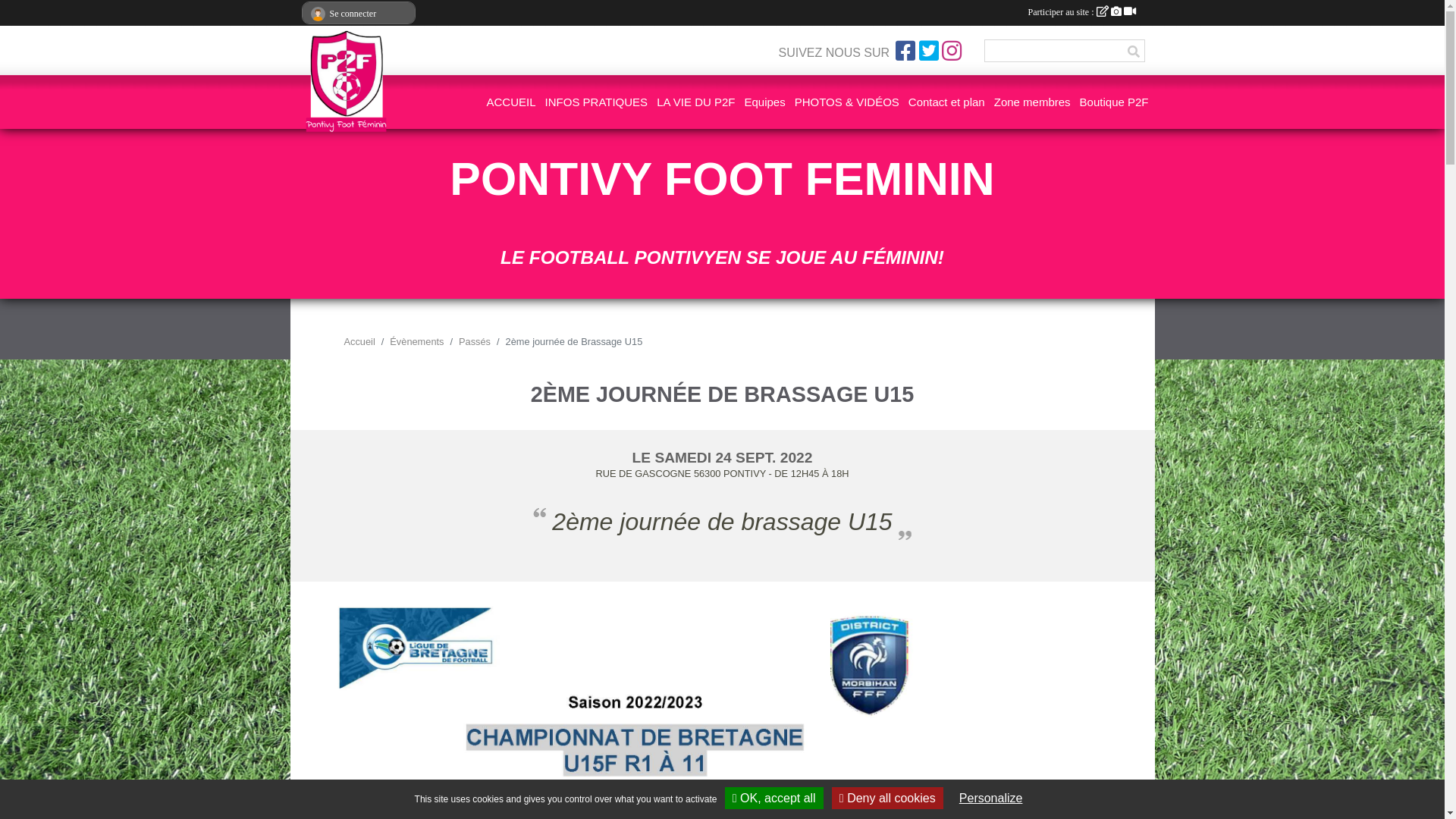 The width and height of the screenshot is (1456, 819). What do you see at coordinates (1081, 11) in the screenshot?
I see `'Participer au site :'` at bounding box center [1081, 11].